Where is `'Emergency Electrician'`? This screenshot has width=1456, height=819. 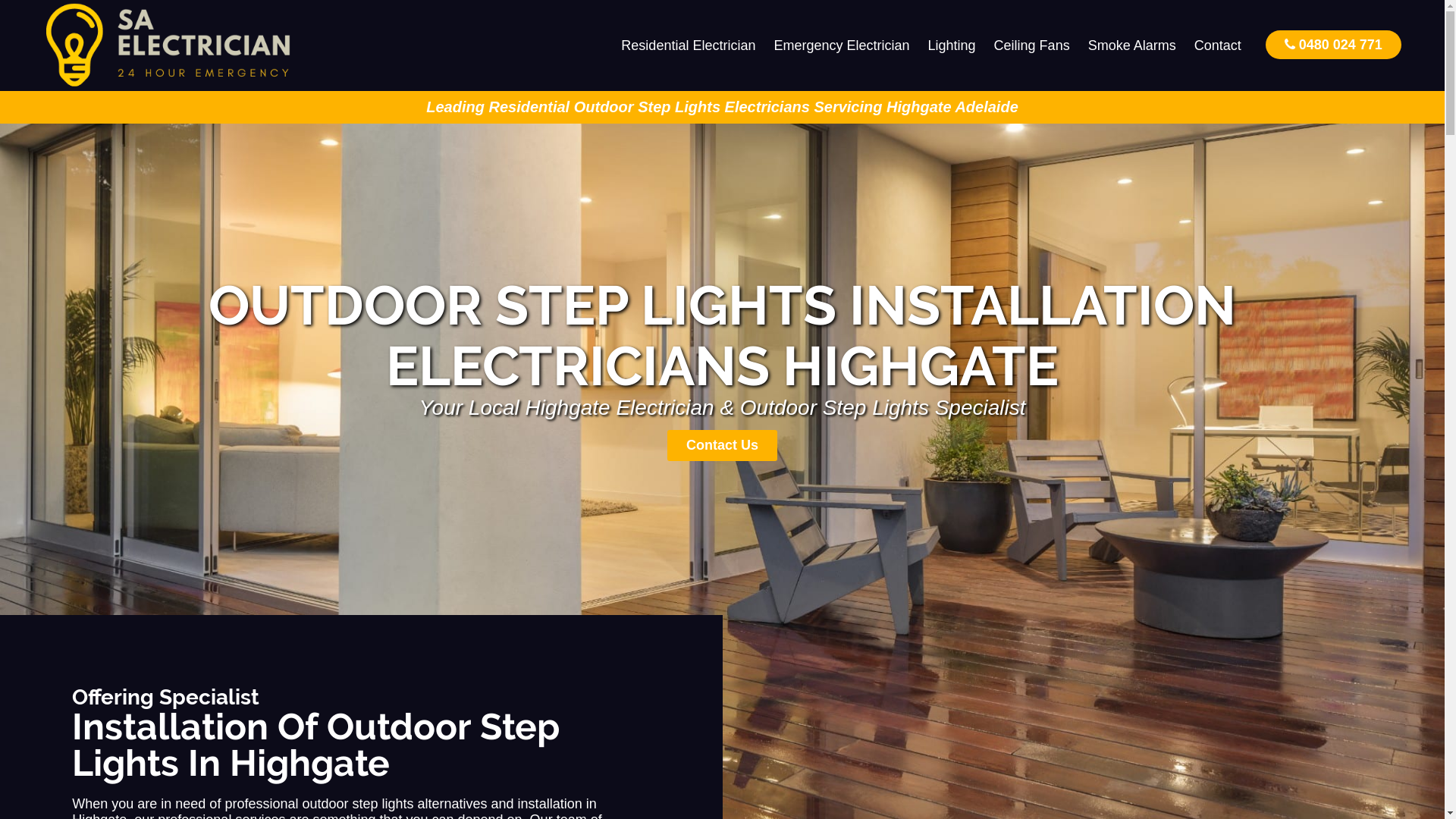 'Emergency Electrician' is located at coordinates (840, 45).